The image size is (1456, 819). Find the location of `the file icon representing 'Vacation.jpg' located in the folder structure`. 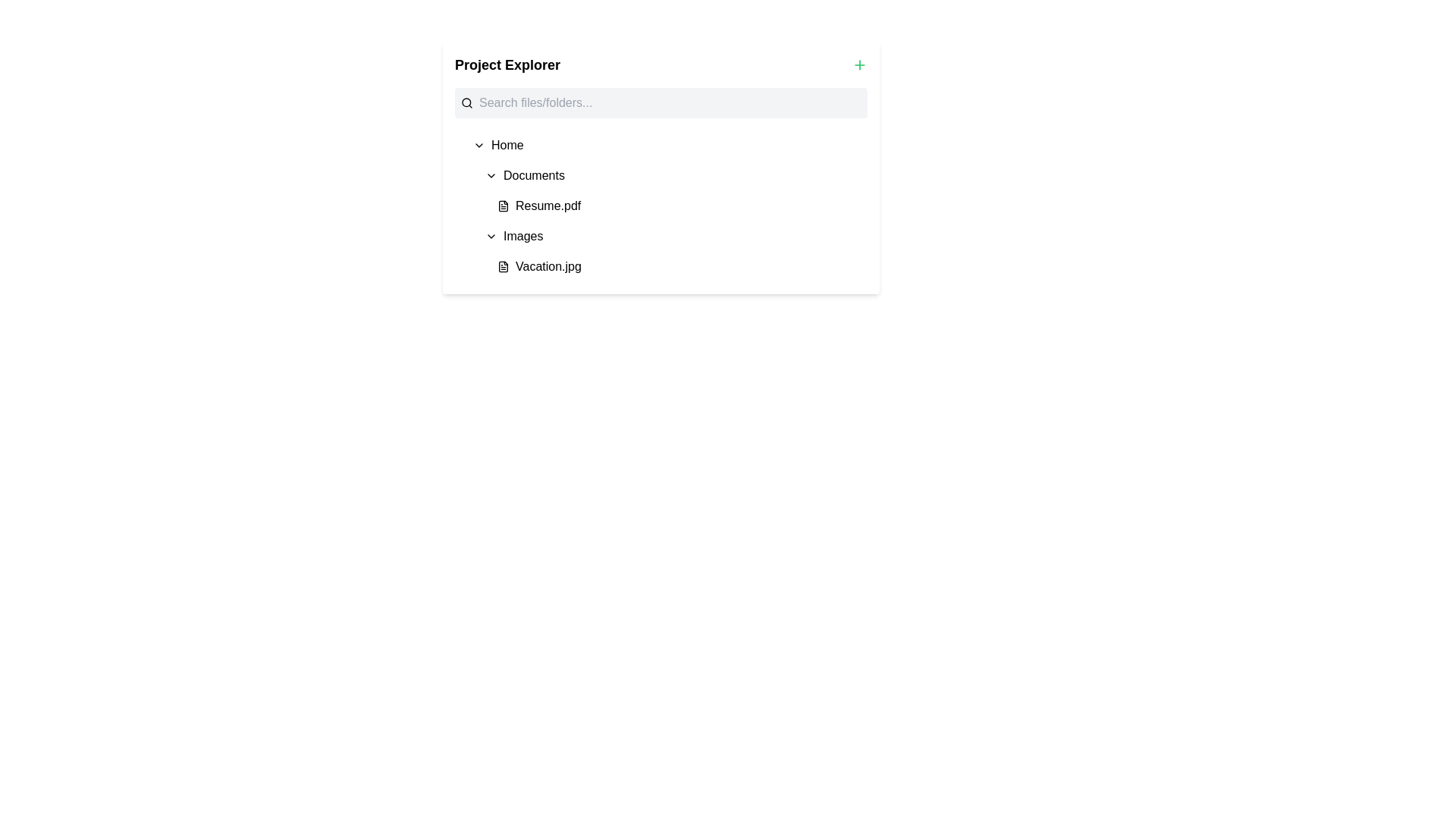

the file icon representing 'Vacation.jpg' located in the folder structure is located at coordinates (503, 265).